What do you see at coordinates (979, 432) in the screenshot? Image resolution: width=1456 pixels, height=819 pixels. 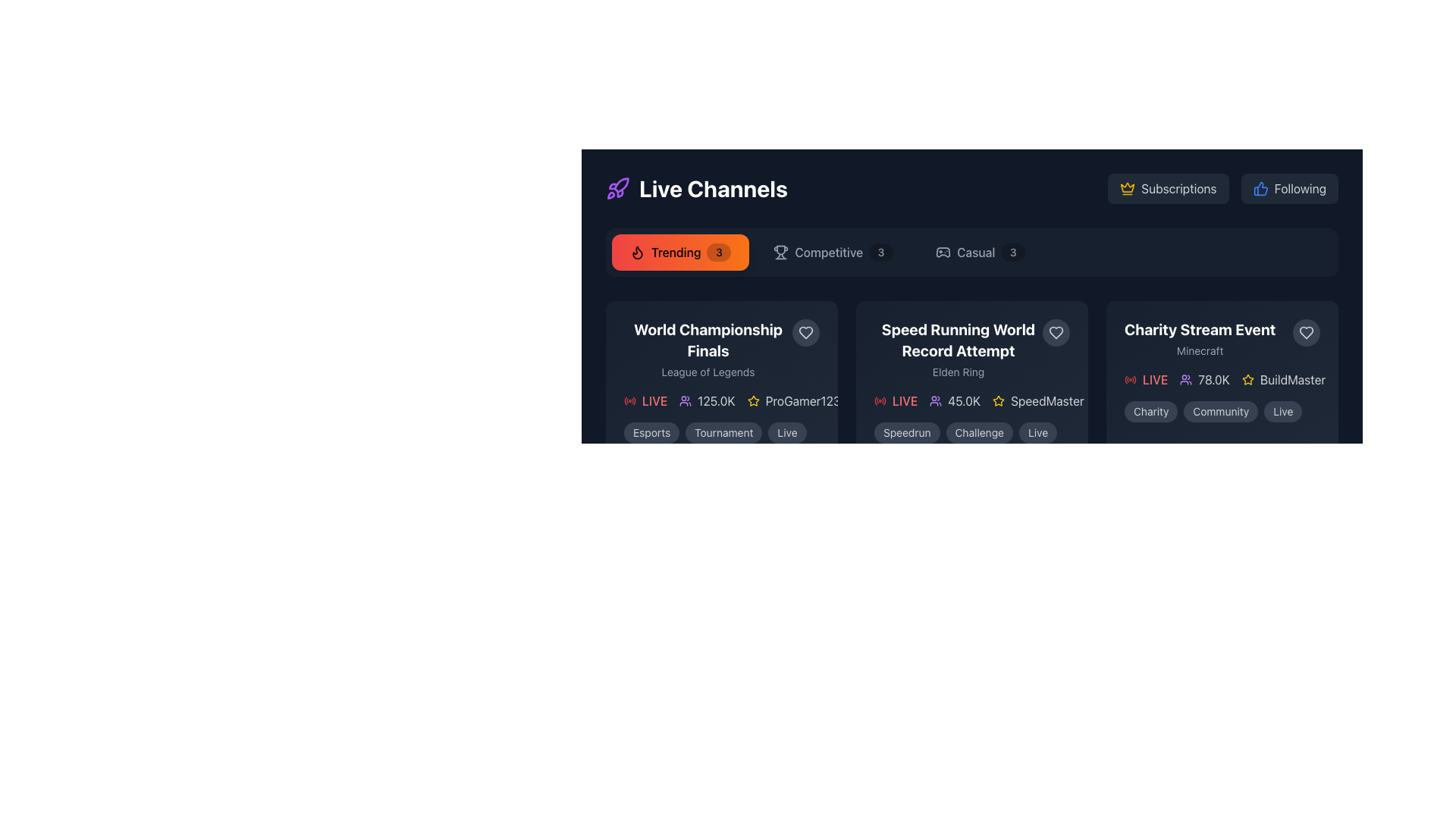 I see `text of the second label or tag that categorizes content related to the 'Speed Running World Record Attempt', positioned between 'Speedrun' and 'Live'` at bounding box center [979, 432].